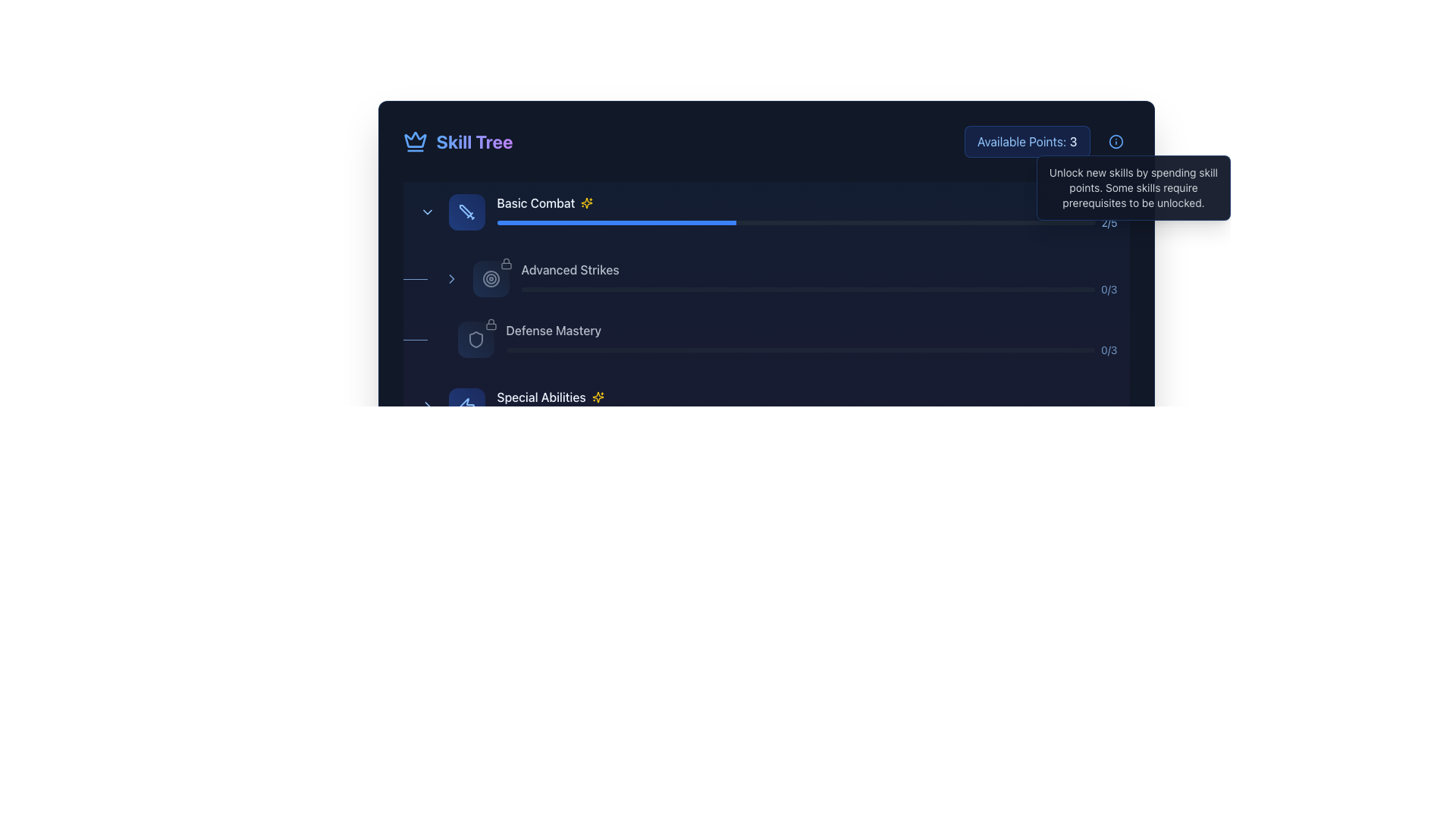 The height and width of the screenshot is (819, 1456). What do you see at coordinates (799, 350) in the screenshot?
I see `the horizontal progress bar within the 'Defense Mastery' section of the skill tree interface, which currently shows 0% progress` at bounding box center [799, 350].